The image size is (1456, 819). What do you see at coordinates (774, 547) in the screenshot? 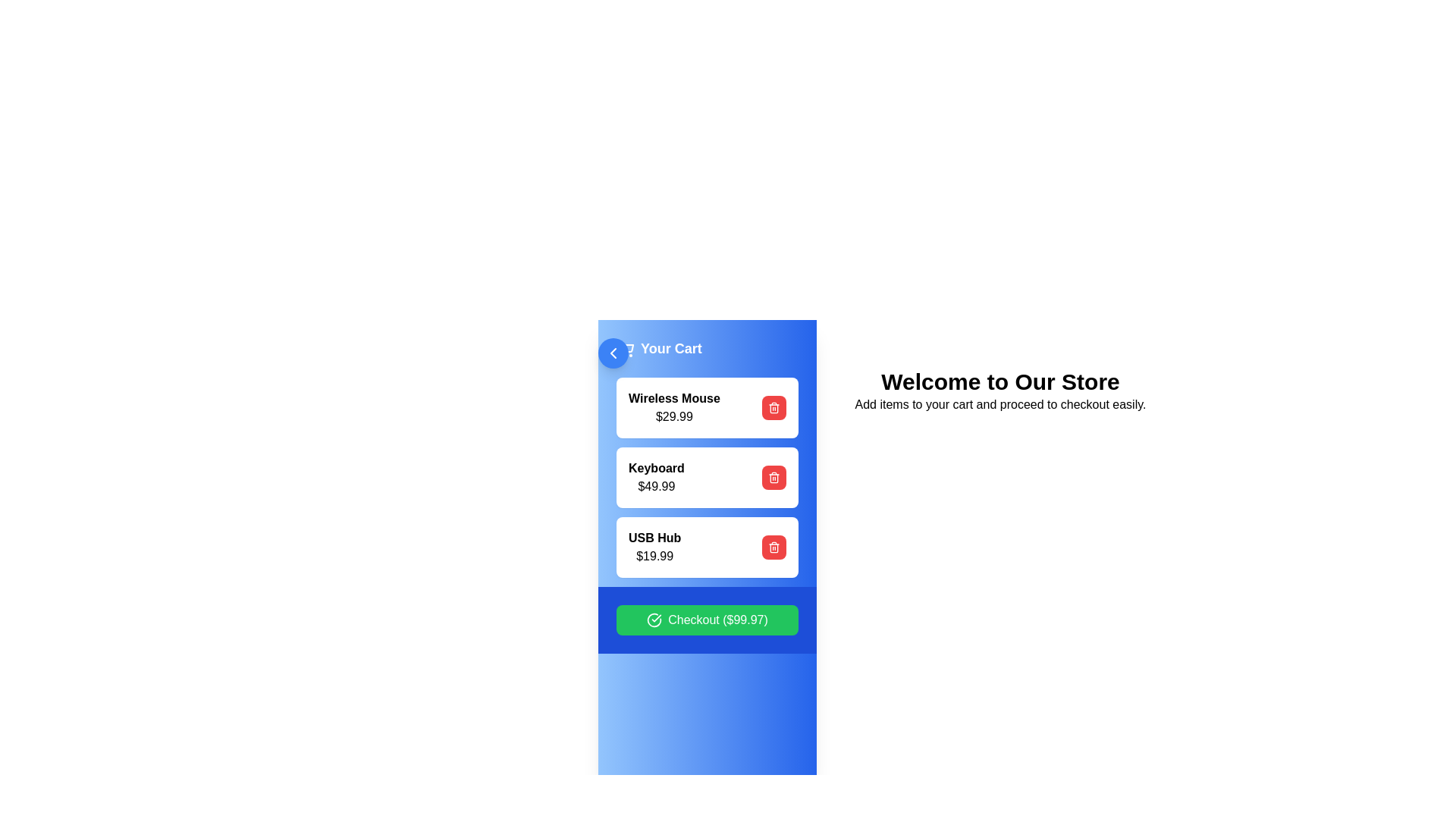
I see `the red rounded button with a trash can icon located to the right of the 'USB Hub $19.99' item in the cart panel` at bounding box center [774, 547].